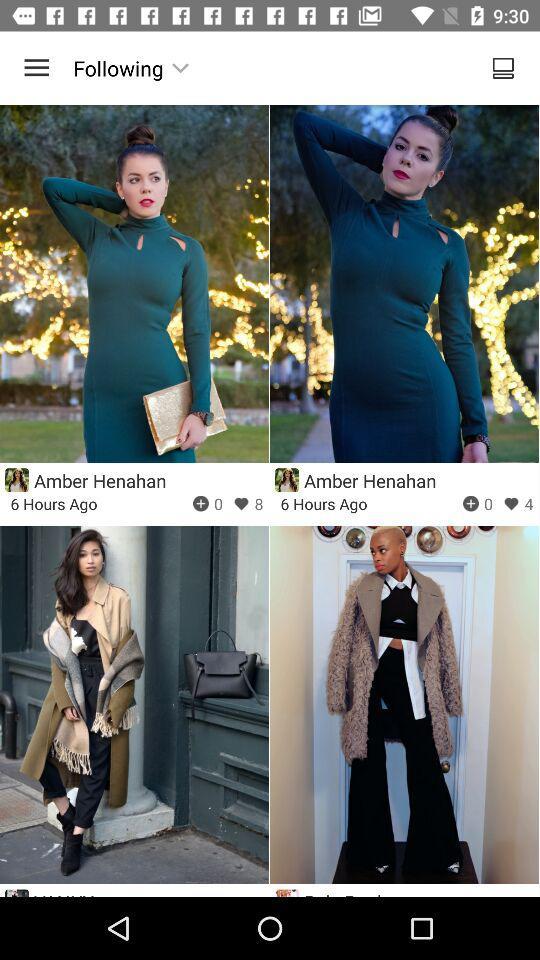  What do you see at coordinates (36, 68) in the screenshot?
I see `the icon to the left of following` at bounding box center [36, 68].